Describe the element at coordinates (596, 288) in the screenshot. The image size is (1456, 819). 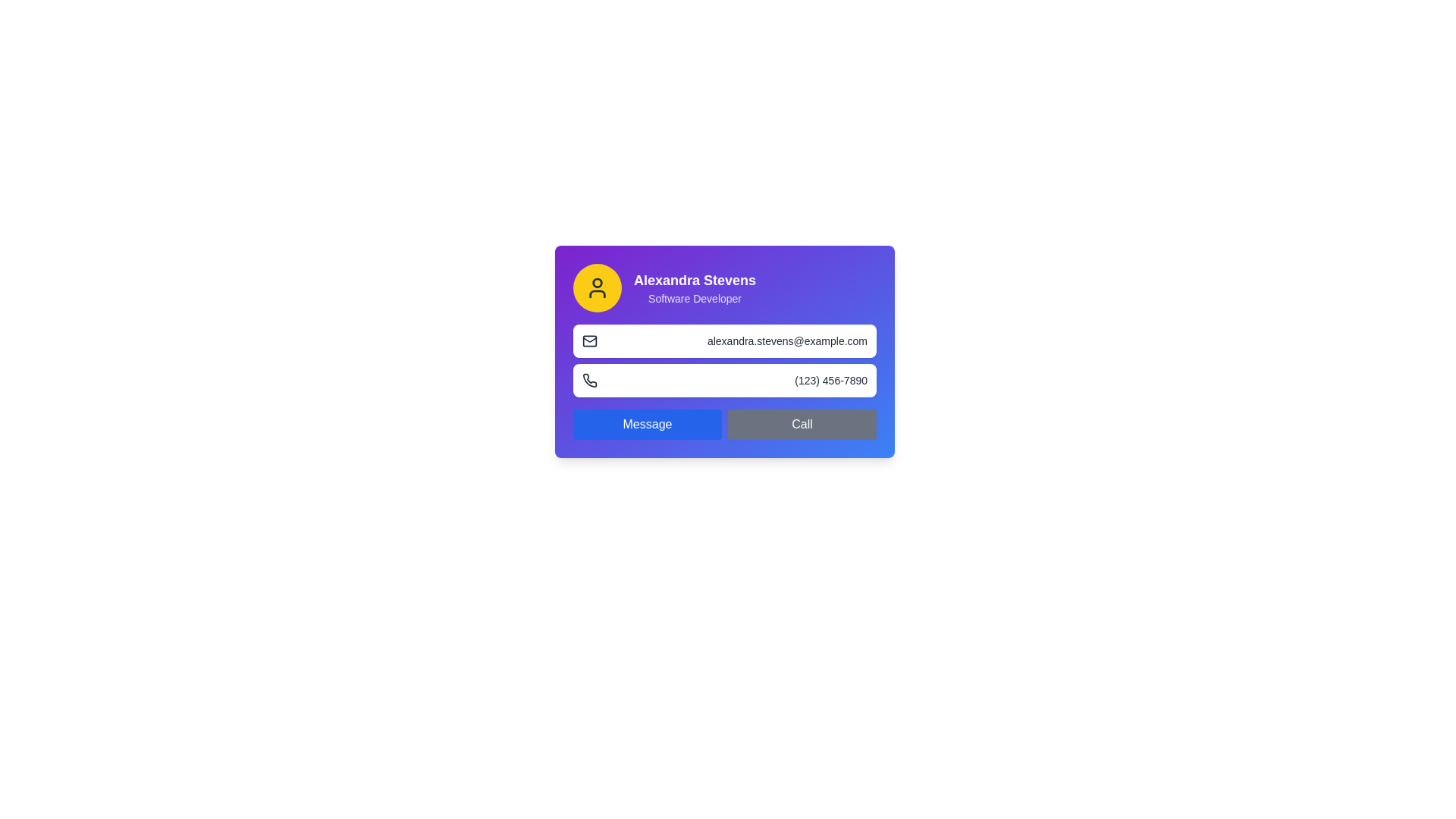
I see `circular yellow icon with a user symbol, located to the left of the text 'Alexandra Stevens - Software Developer' in the profile information card` at that location.